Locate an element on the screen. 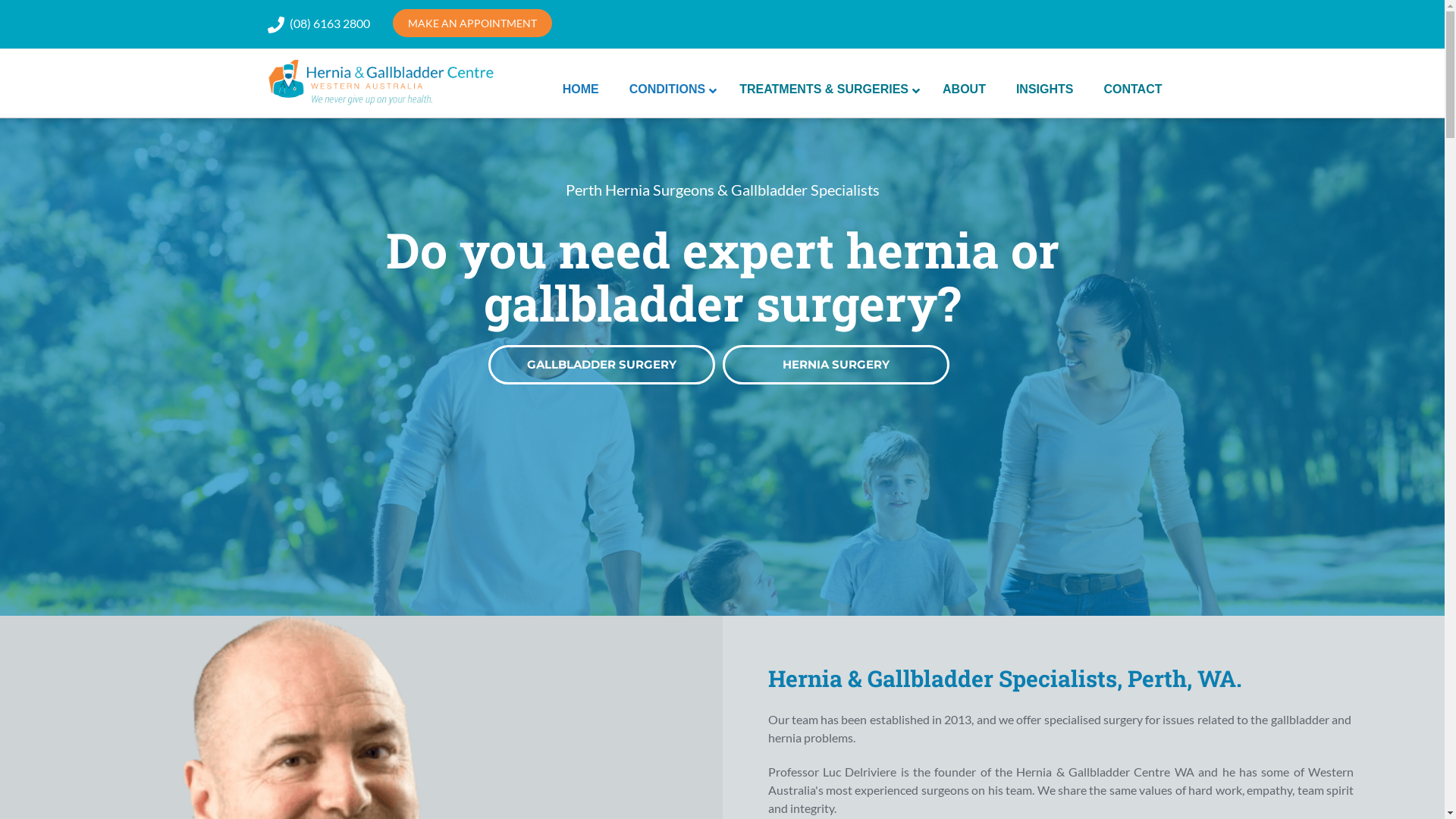 The image size is (1456, 819). 'MAKE AN APPOINTMENT' is located at coordinates (393, 23).